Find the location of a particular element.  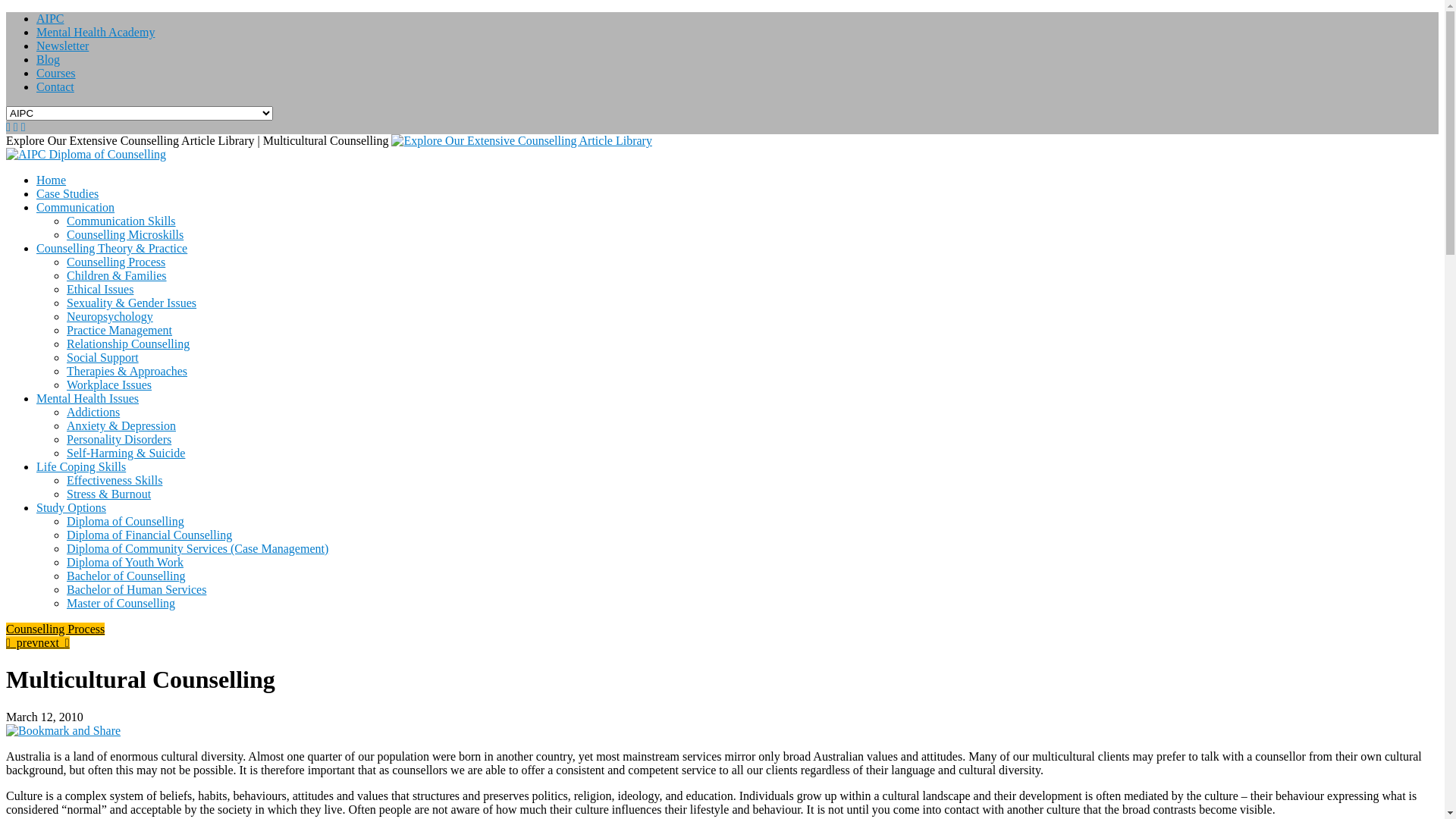

'Master of Counselling' is located at coordinates (120, 602).